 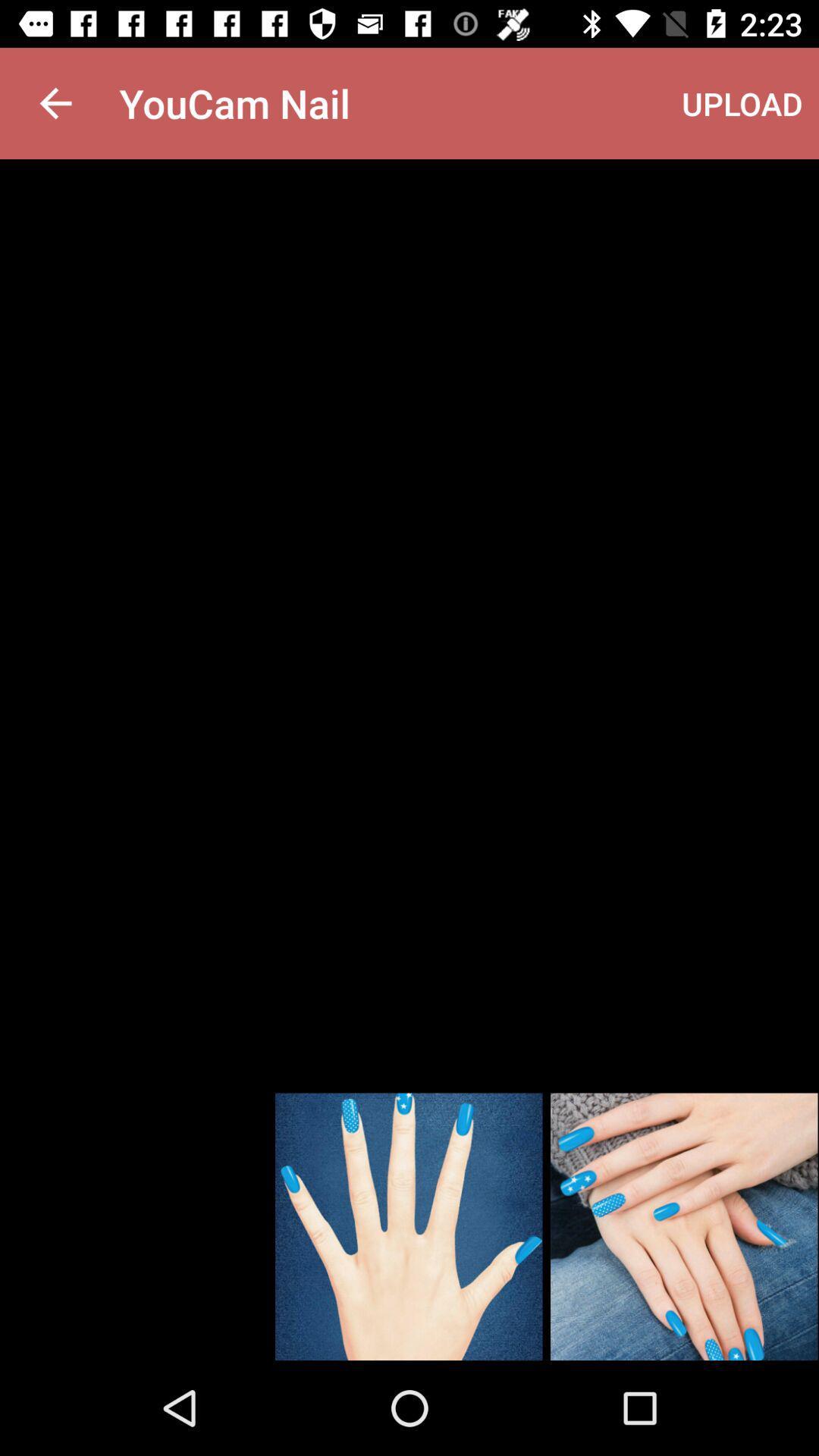 I want to click on photo, so click(x=408, y=1226).